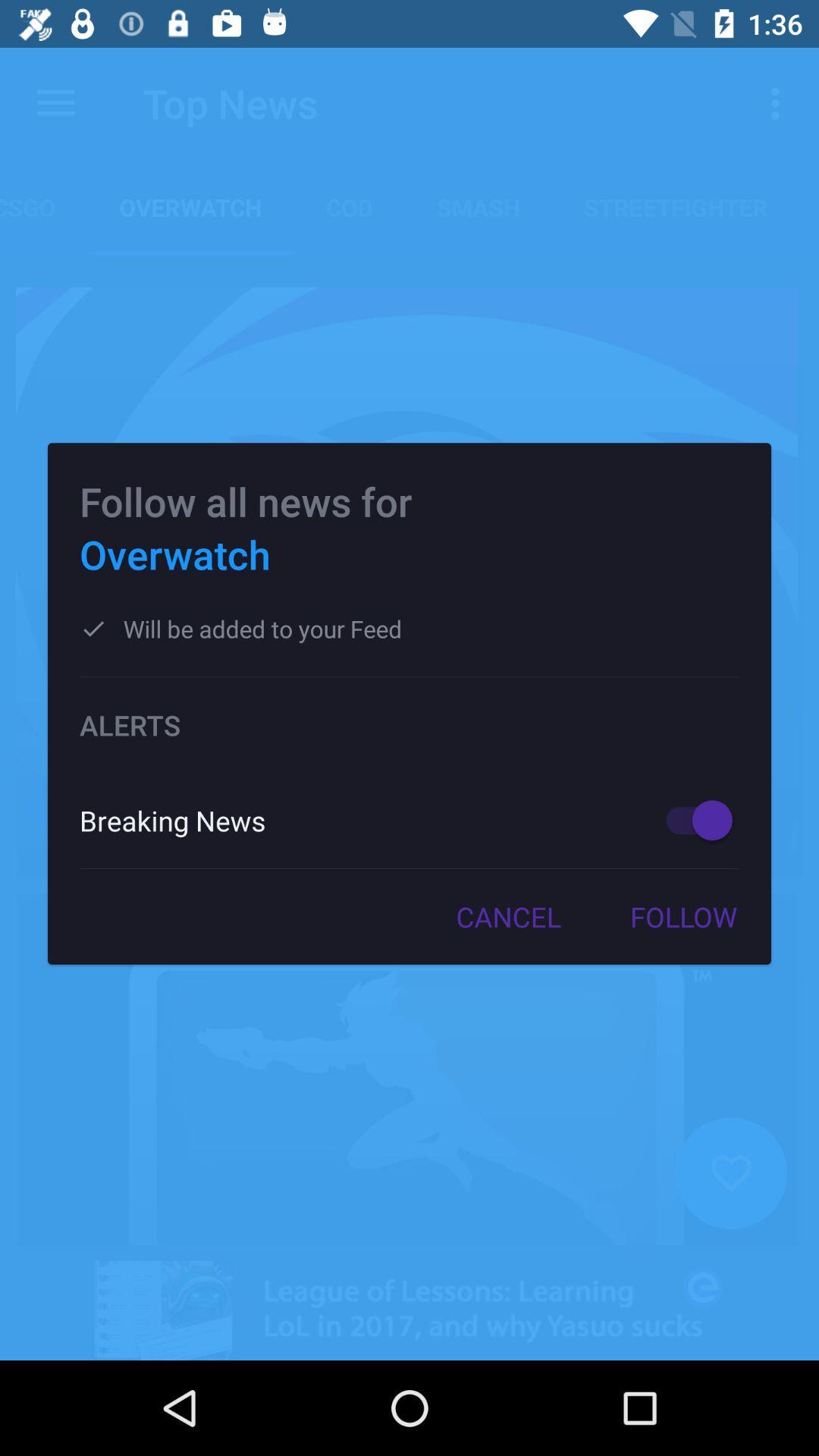  What do you see at coordinates (692, 819) in the screenshot?
I see `icon below alerts` at bounding box center [692, 819].